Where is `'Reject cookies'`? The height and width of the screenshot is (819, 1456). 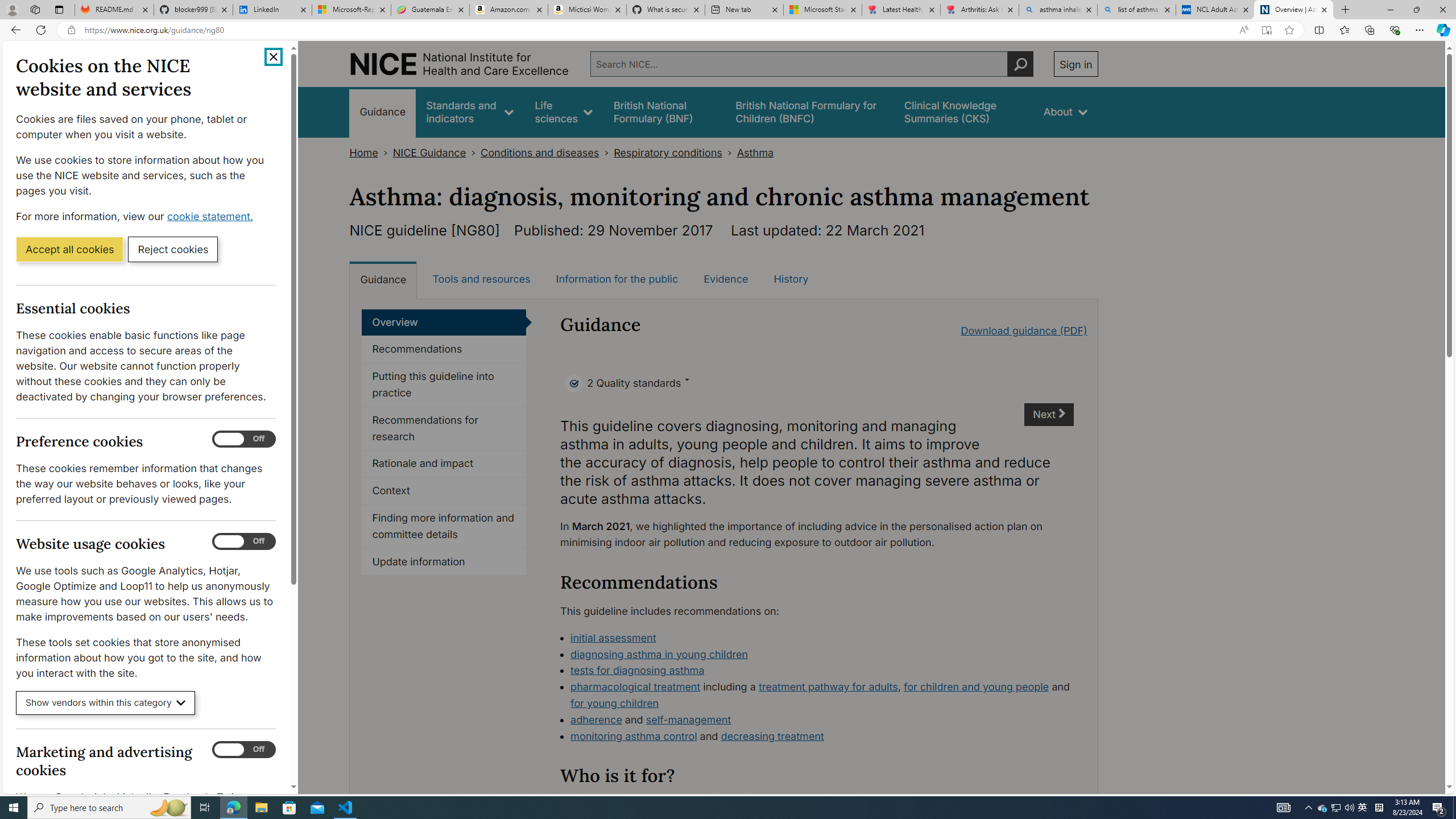
'Reject cookies' is located at coordinates (172, 248).